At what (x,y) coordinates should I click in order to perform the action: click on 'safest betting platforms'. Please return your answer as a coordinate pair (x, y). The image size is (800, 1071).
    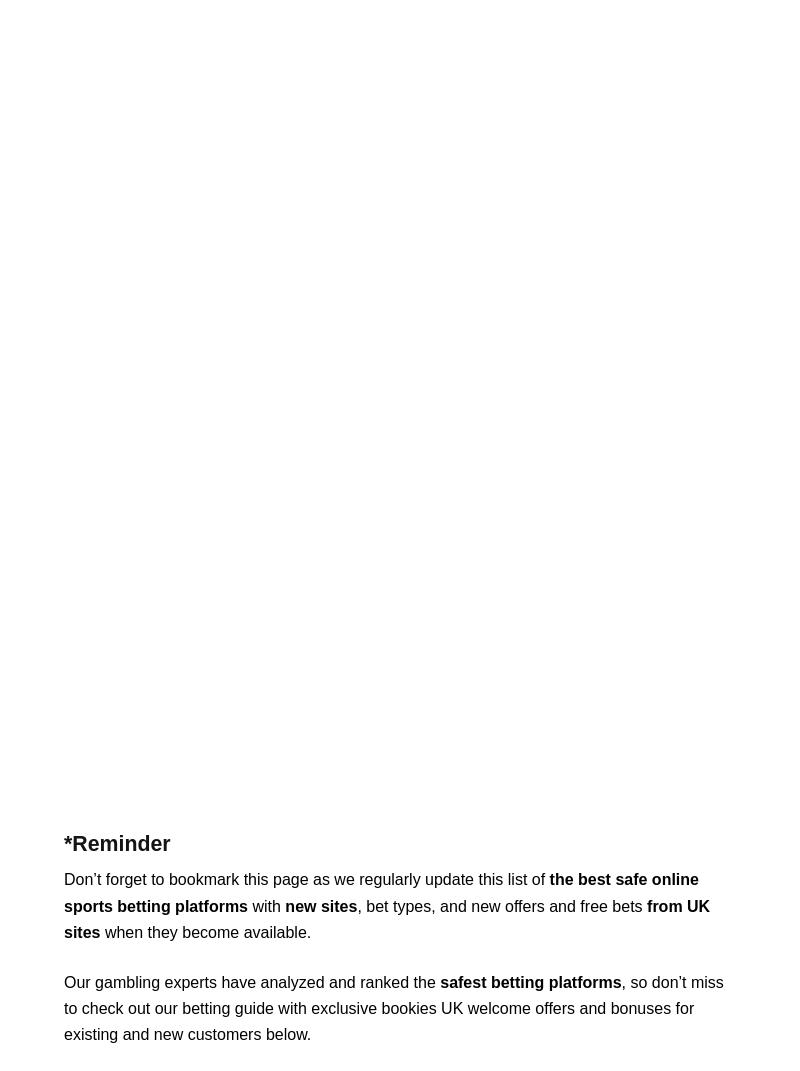
    Looking at the image, I should click on (529, 980).